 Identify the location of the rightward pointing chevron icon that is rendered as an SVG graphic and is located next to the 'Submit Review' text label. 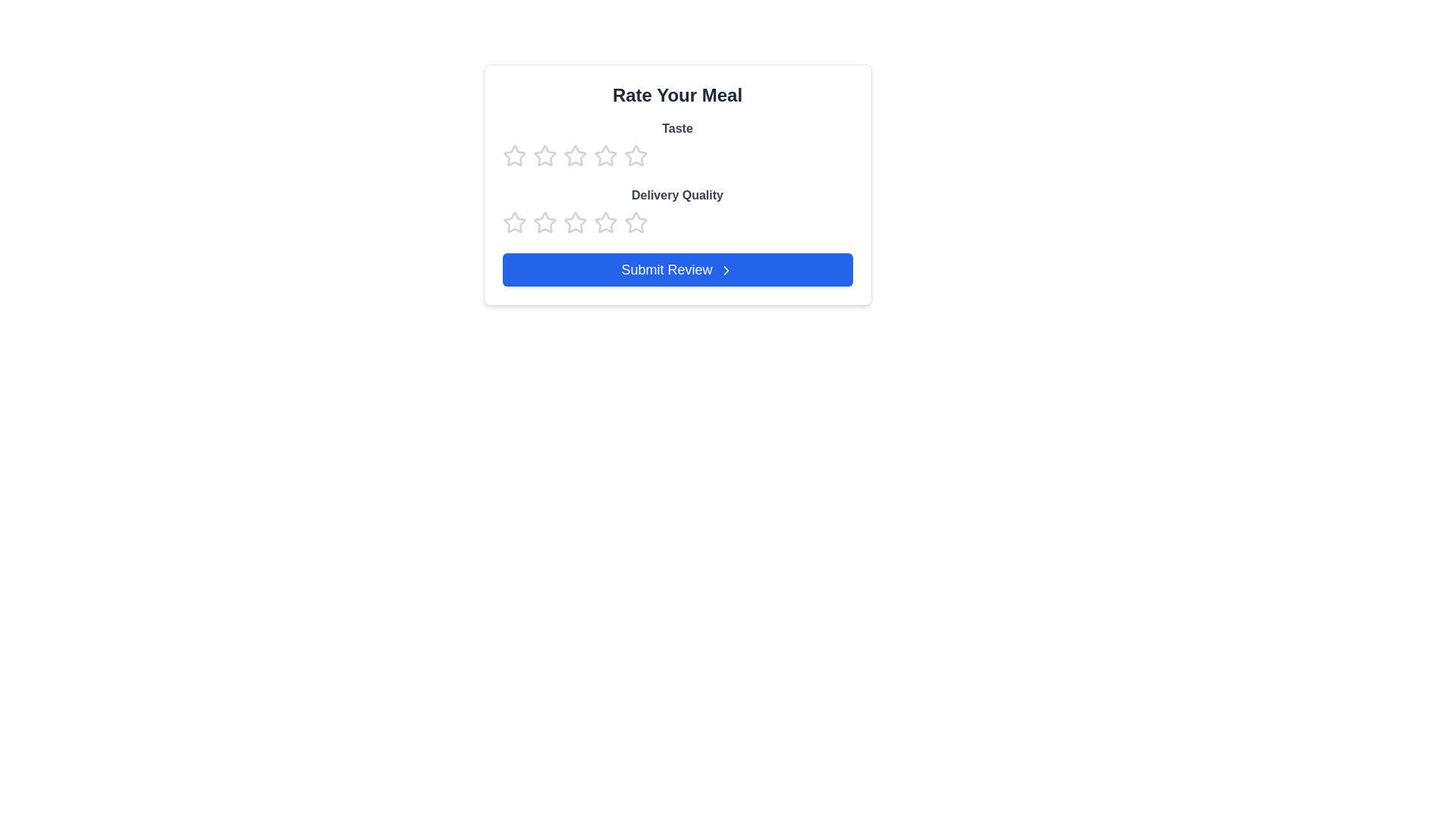
(725, 270).